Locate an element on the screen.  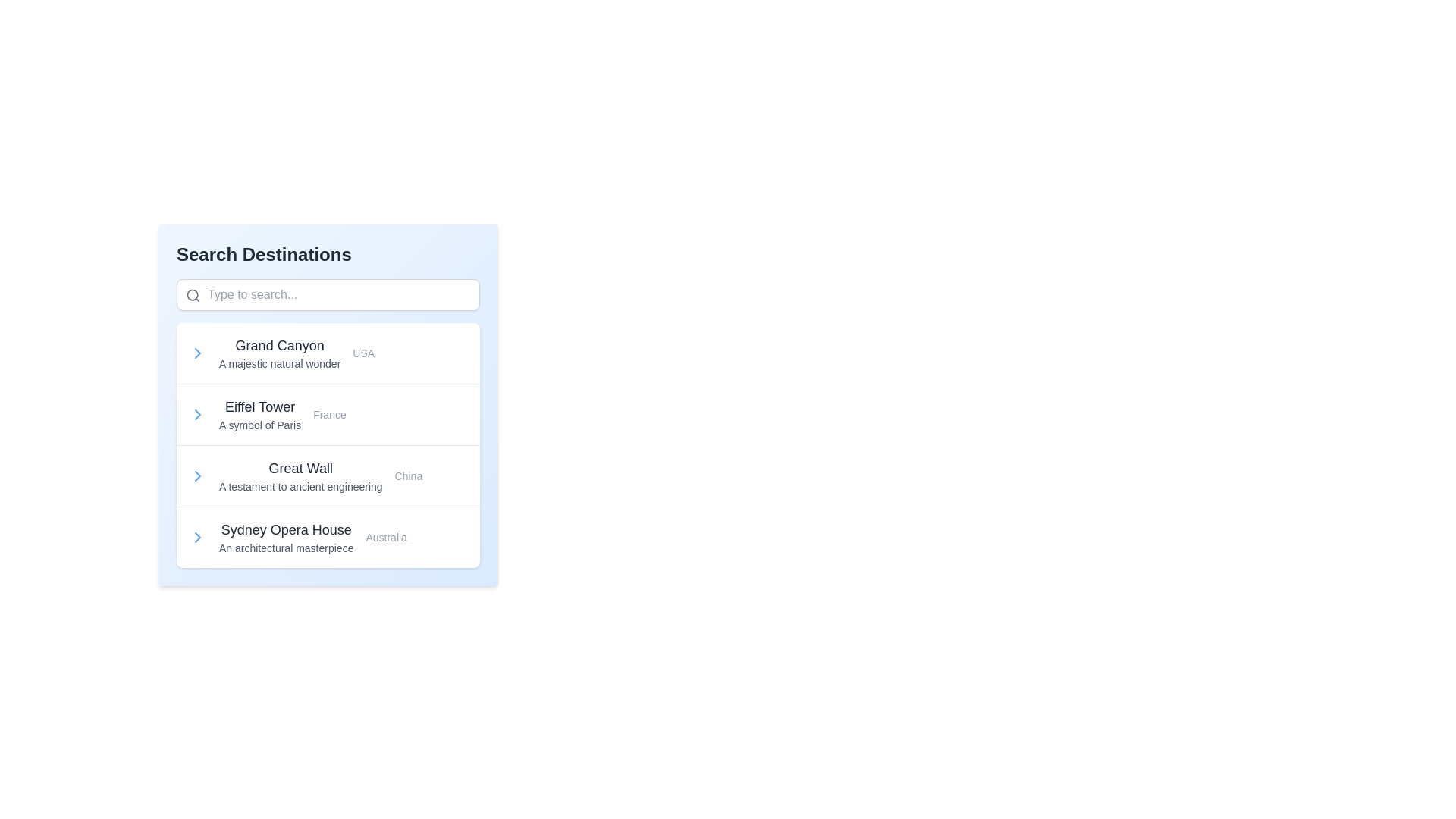
the static text label indicating the geographic location relevant to the 'Grand Canyon' entry, which is positioned to the right of the subtitle 'A majestic natural wonder' is located at coordinates (362, 353).